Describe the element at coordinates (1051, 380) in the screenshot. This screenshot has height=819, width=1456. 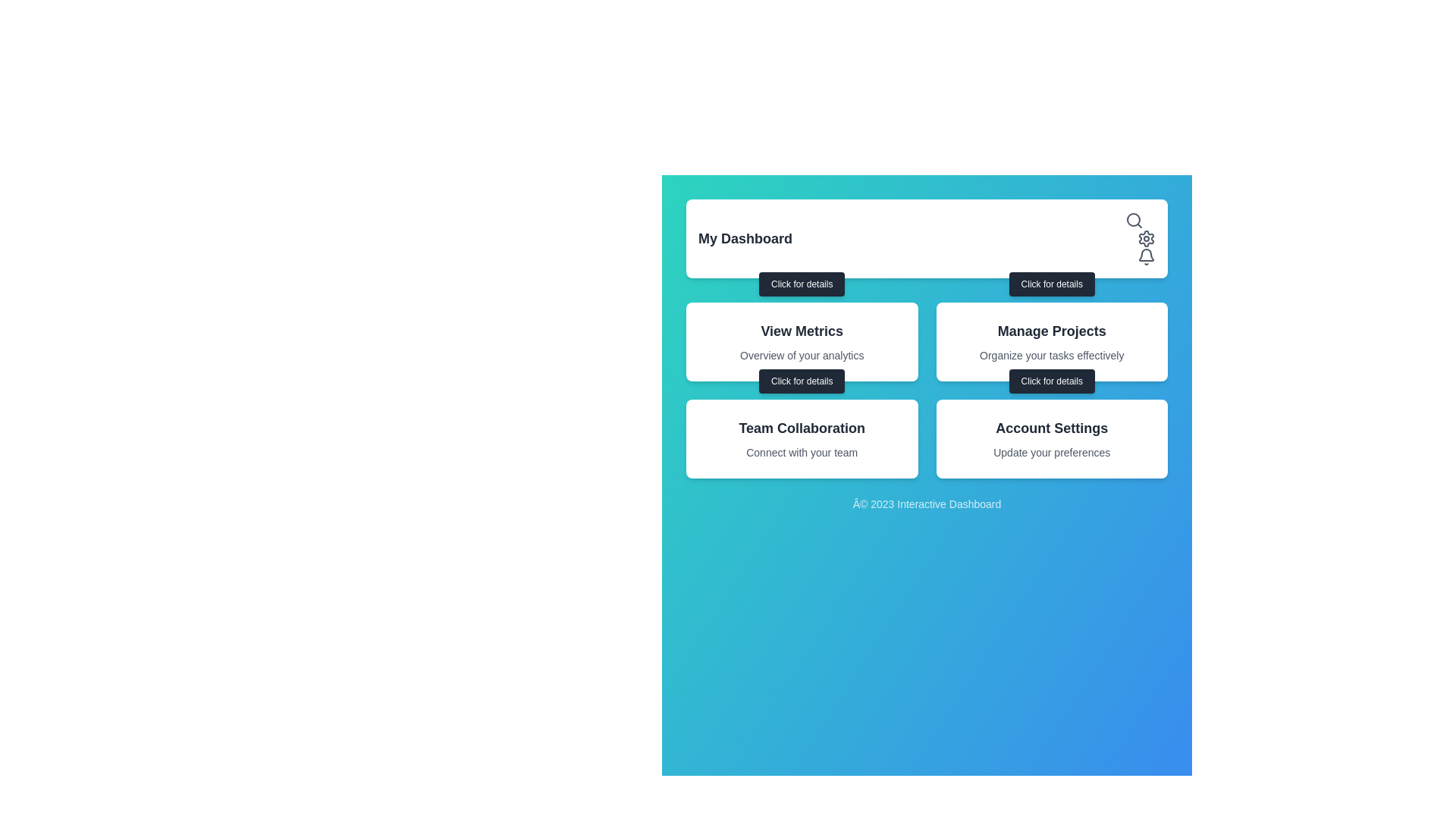
I see `the informational tooltip with a dark background and white text that reads 'Click for details', located above the 'Account Settings' section in the bottom-right of the main interface` at that location.